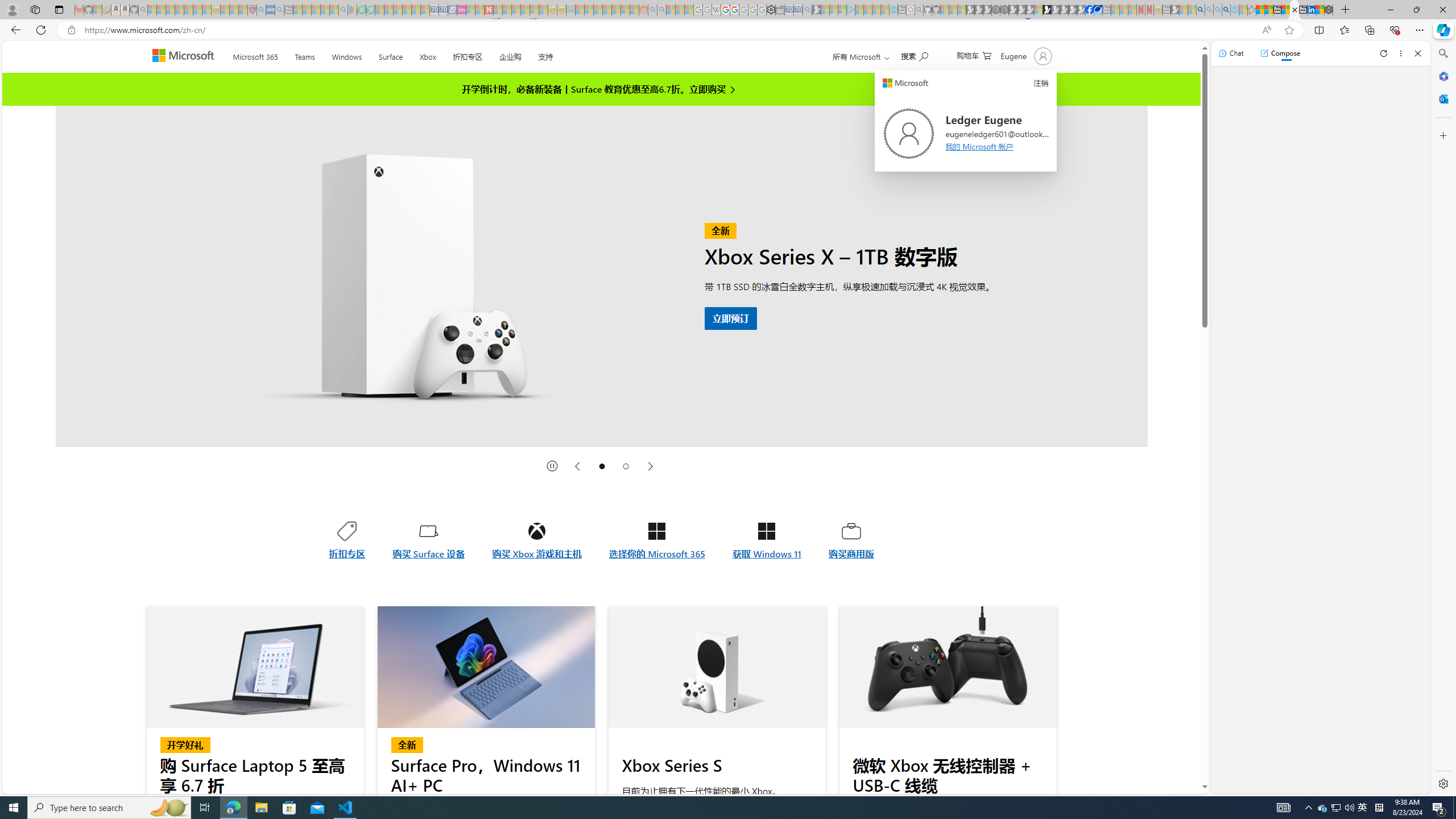 This screenshot has height=819, width=1456. I want to click on 'Surface', so click(390, 54).